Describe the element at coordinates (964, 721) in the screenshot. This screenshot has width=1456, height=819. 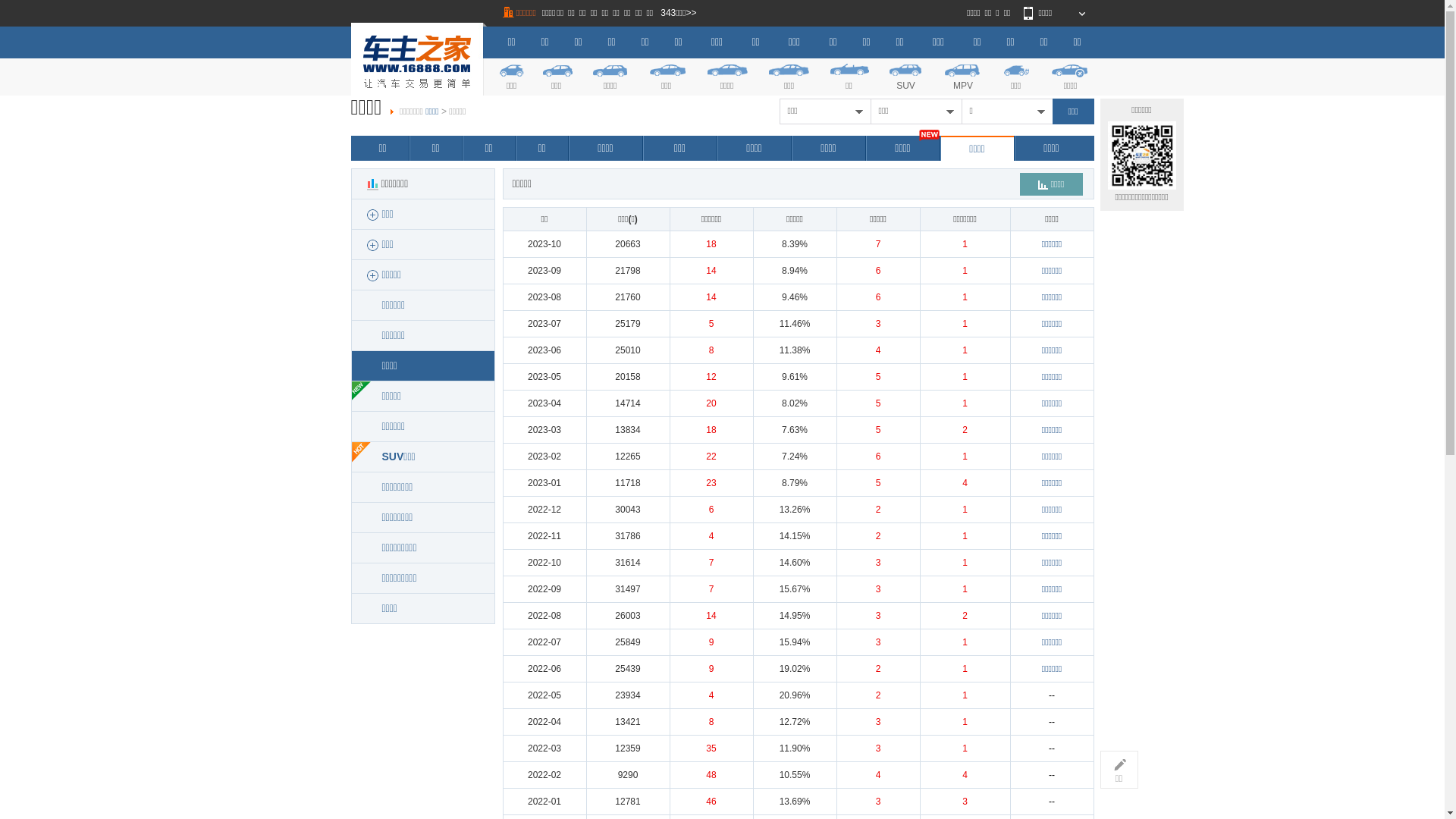
I see `'1'` at that location.